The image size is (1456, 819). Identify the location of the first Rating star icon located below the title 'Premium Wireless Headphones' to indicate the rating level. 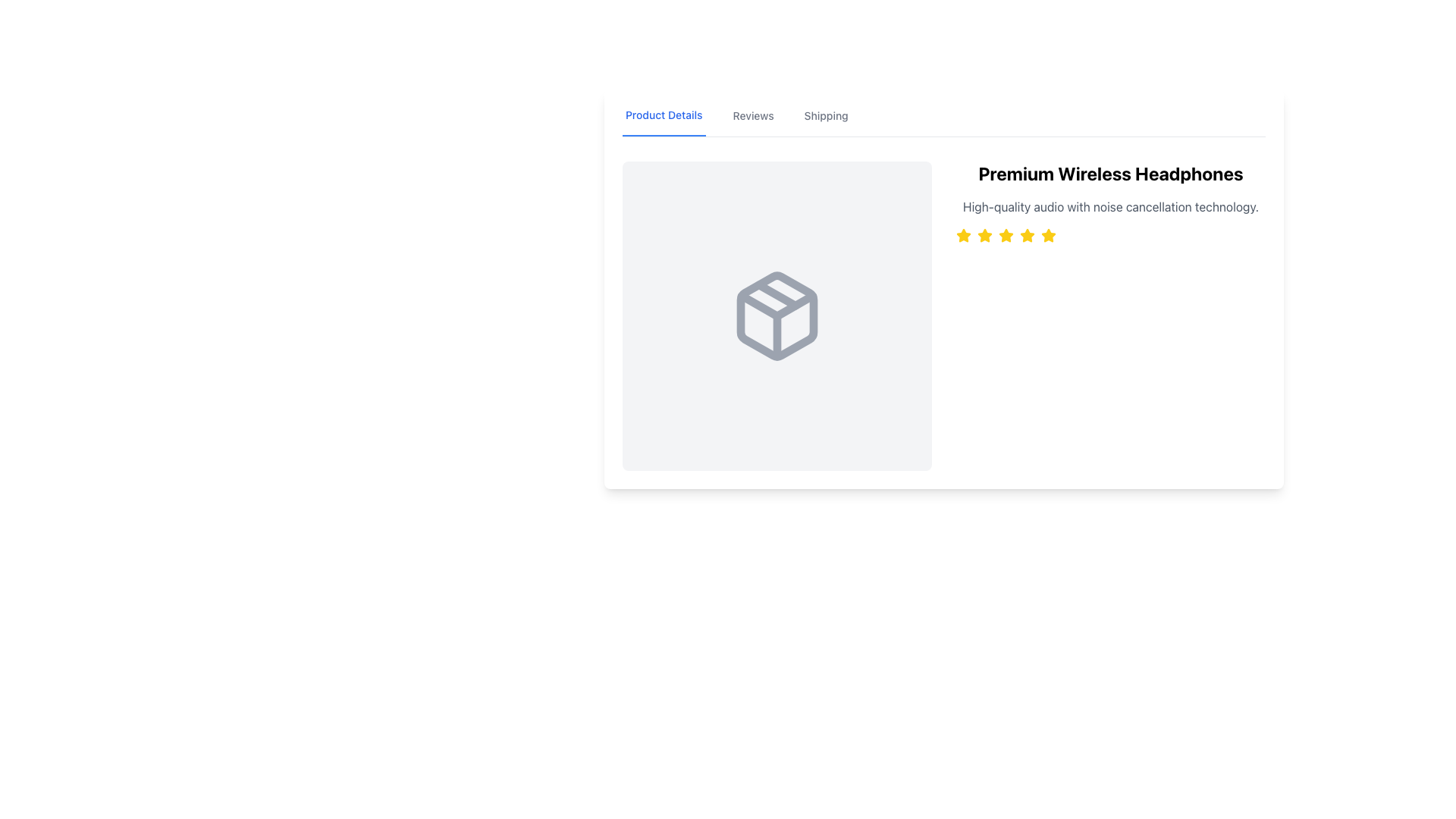
(963, 236).